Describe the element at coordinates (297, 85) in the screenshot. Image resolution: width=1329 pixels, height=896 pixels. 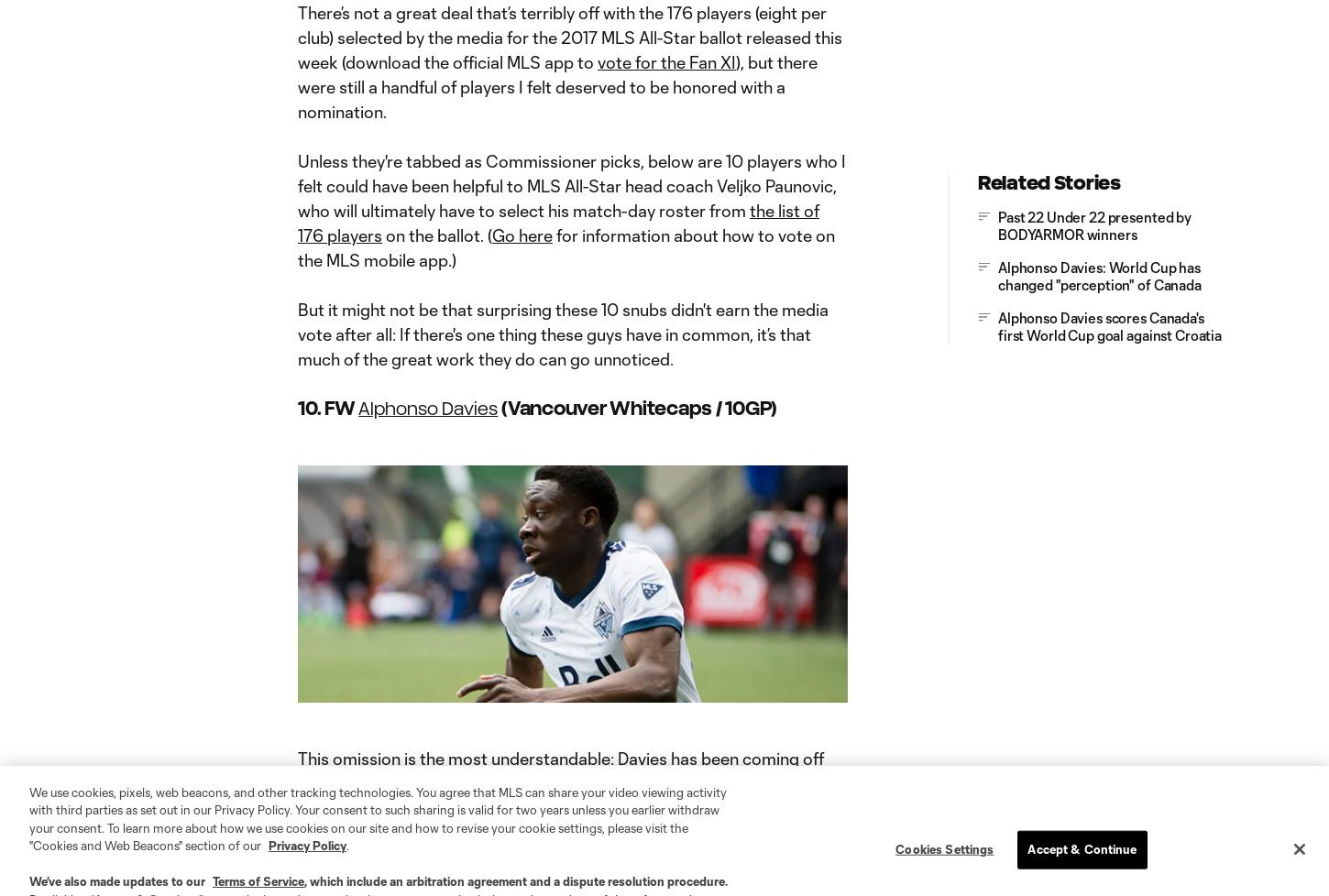
I see `'), but there were still a handful of players I felt deserved to be honored with a nomination.'` at that location.